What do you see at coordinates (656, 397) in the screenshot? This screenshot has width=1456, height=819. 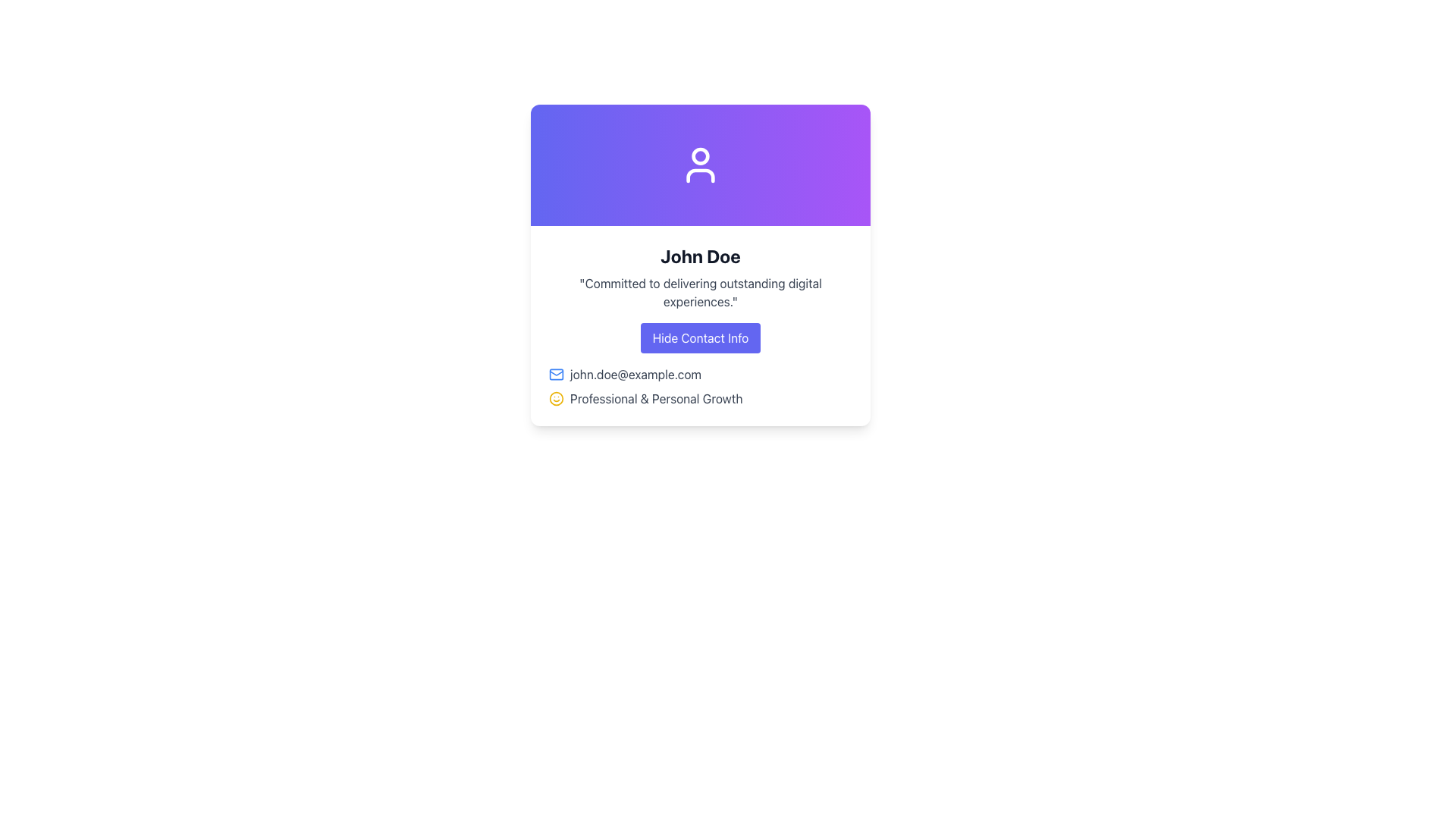 I see `the Text Label located below the email address line item and to the right of a smiley face icon in the card-like interface` at bounding box center [656, 397].